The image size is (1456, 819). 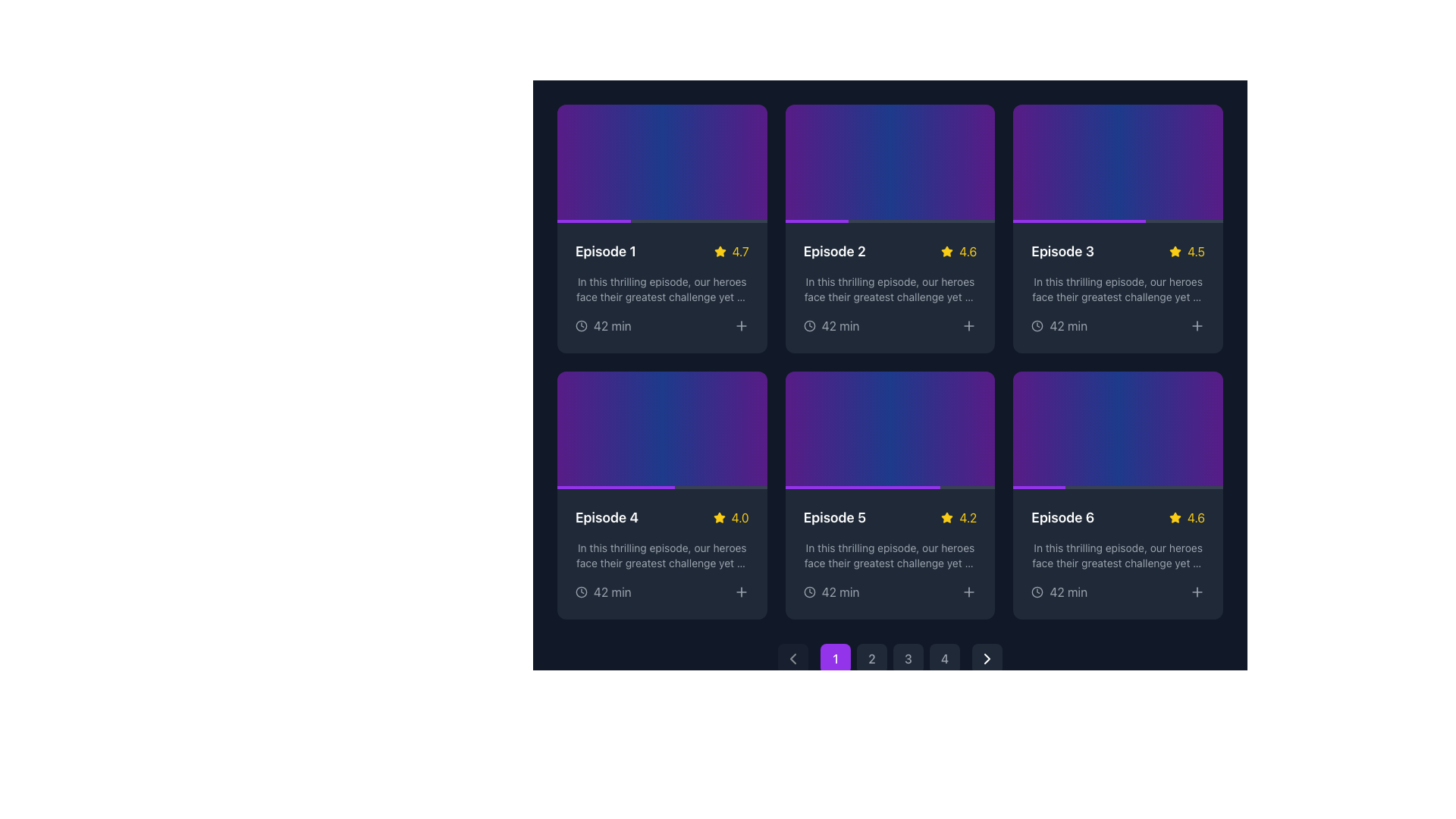 What do you see at coordinates (833, 517) in the screenshot?
I see `the prominent text label displaying 'Episode 5' in bold white font within the fifth card layout` at bounding box center [833, 517].